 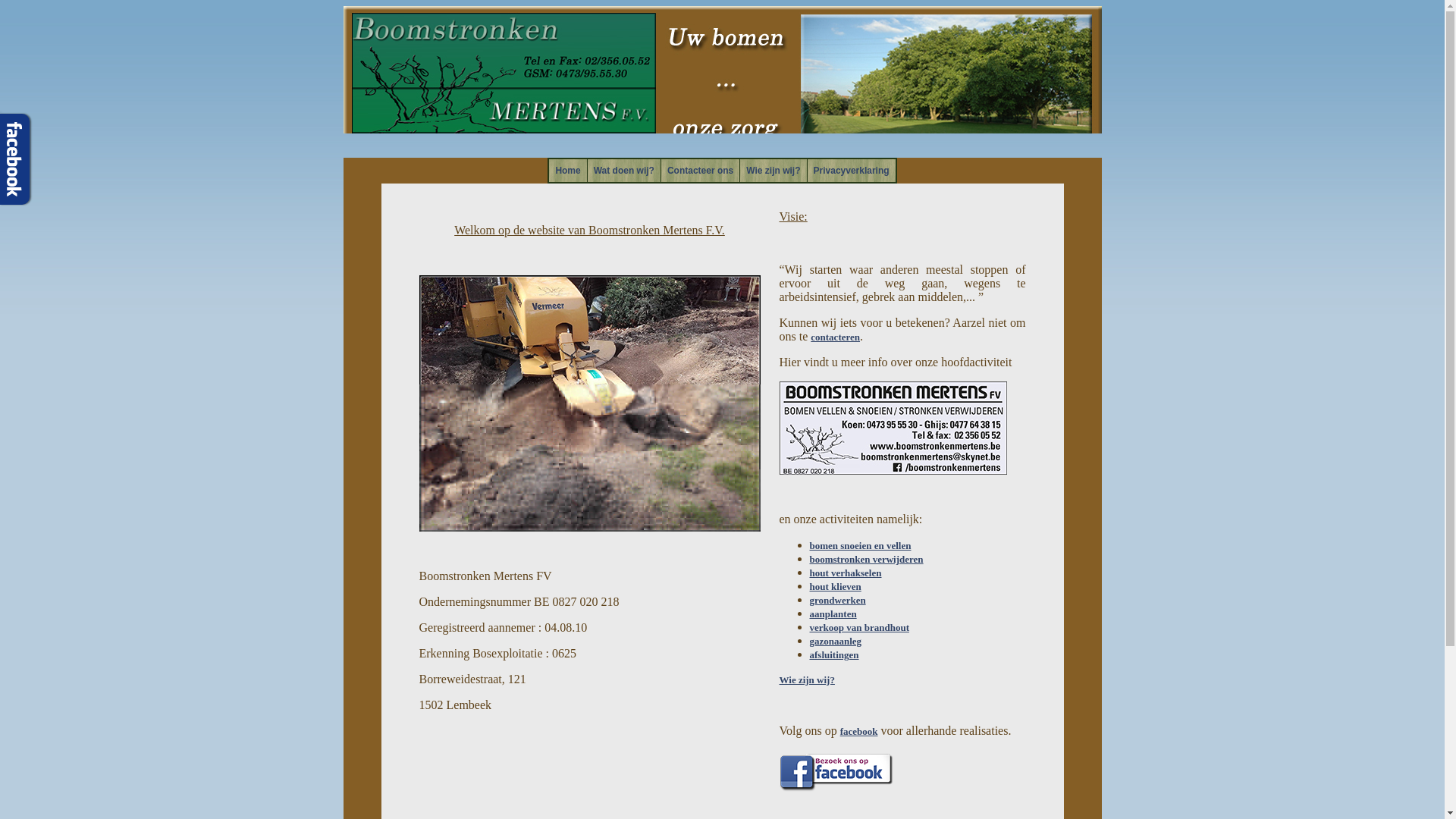 I want to click on 'Privacyverklaring', so click(x=852, y=170).